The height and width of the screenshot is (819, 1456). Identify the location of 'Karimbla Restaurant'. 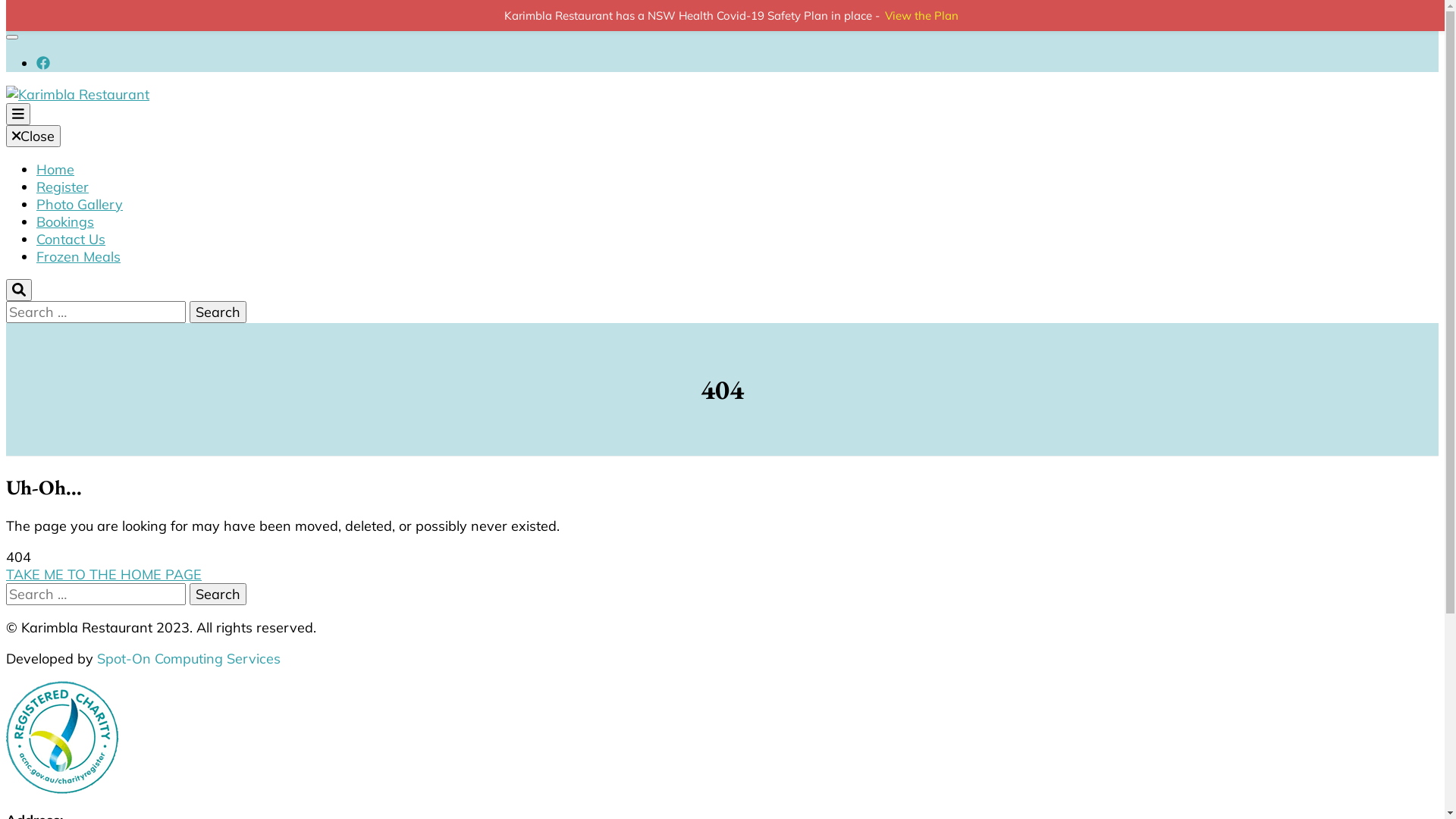
(224, 177).